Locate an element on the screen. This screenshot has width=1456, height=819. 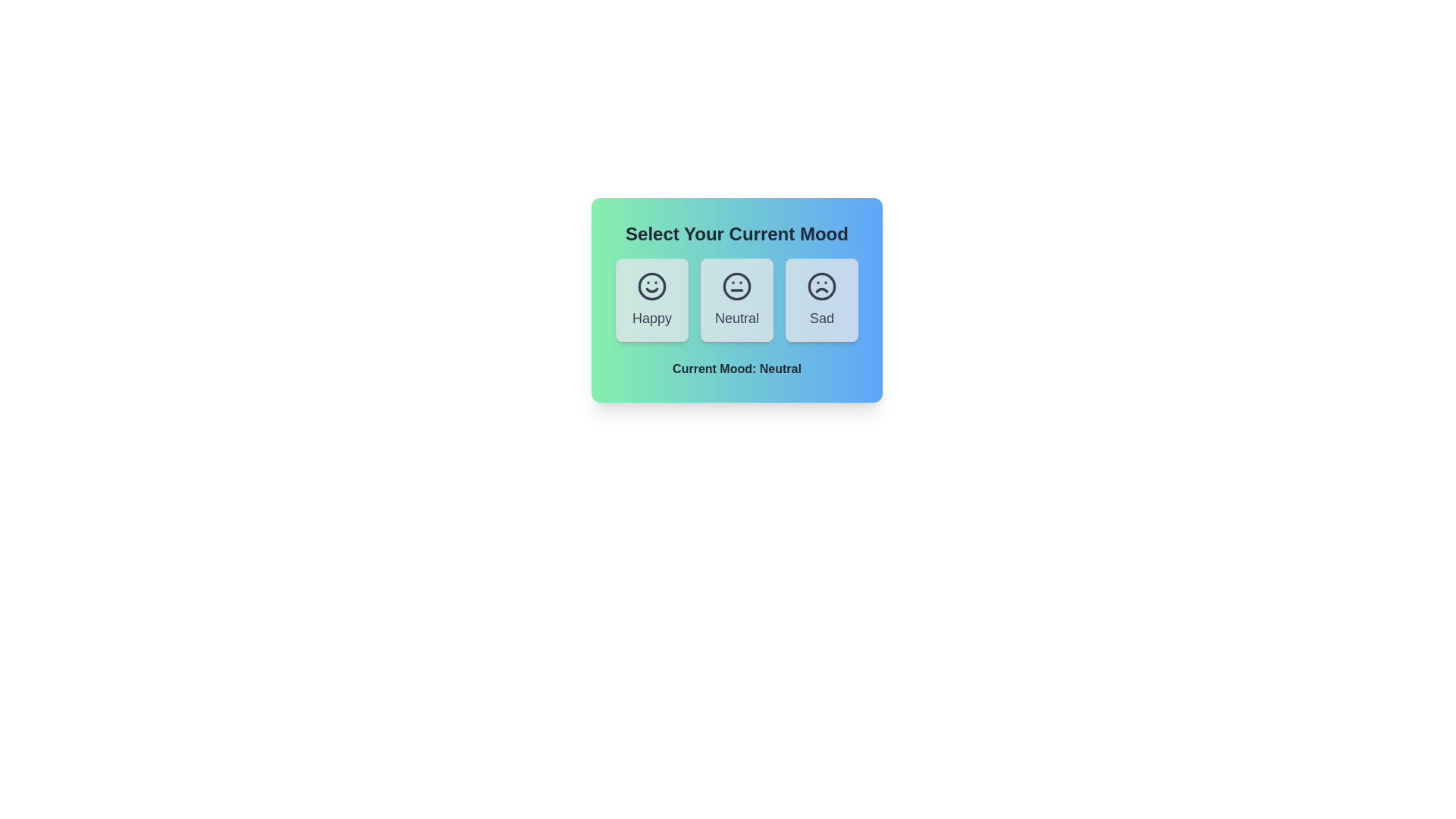
the button corresponding to the mood Sad is located at coordinates (821, 300).